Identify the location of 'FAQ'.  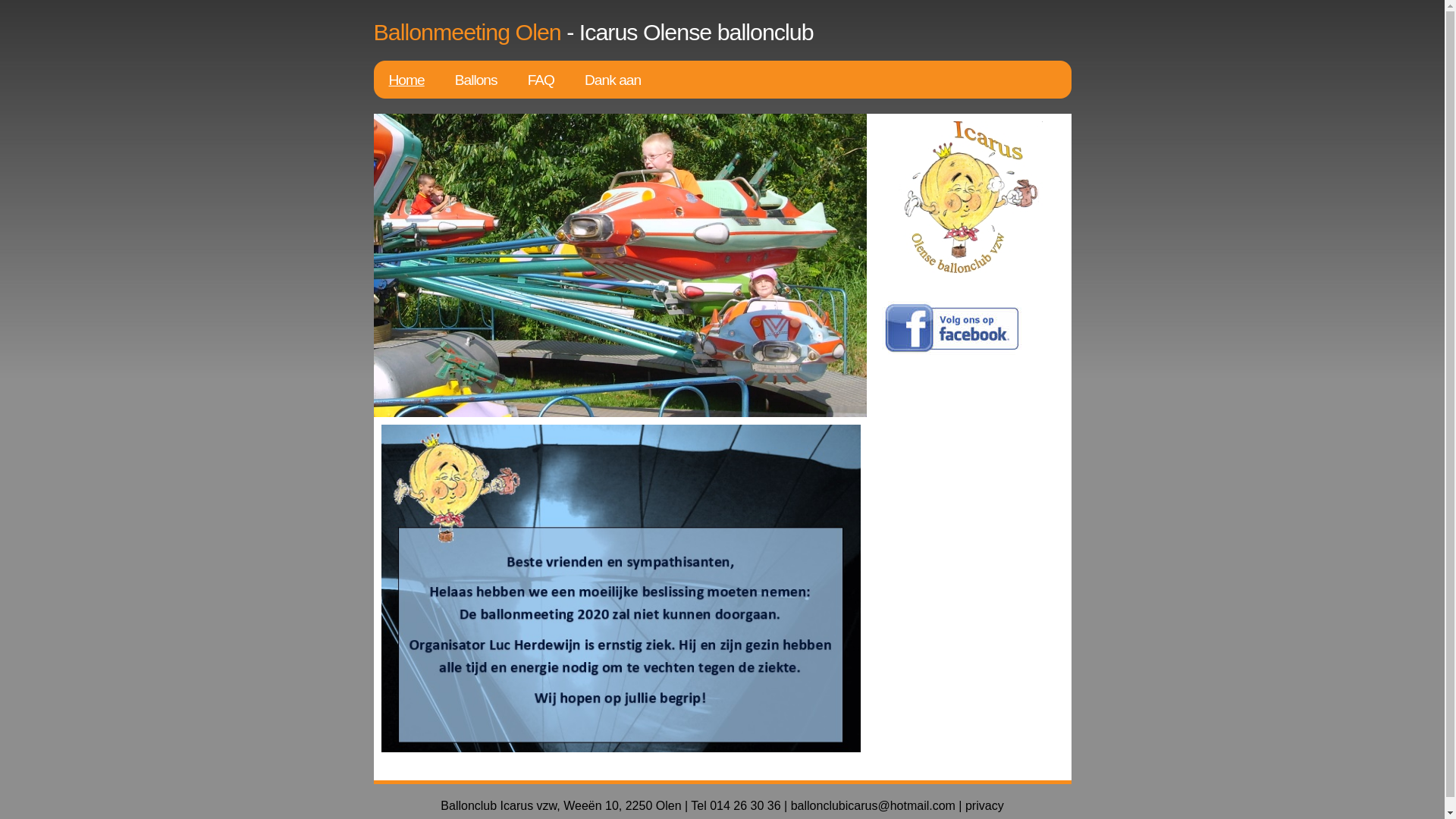
(541, 79).